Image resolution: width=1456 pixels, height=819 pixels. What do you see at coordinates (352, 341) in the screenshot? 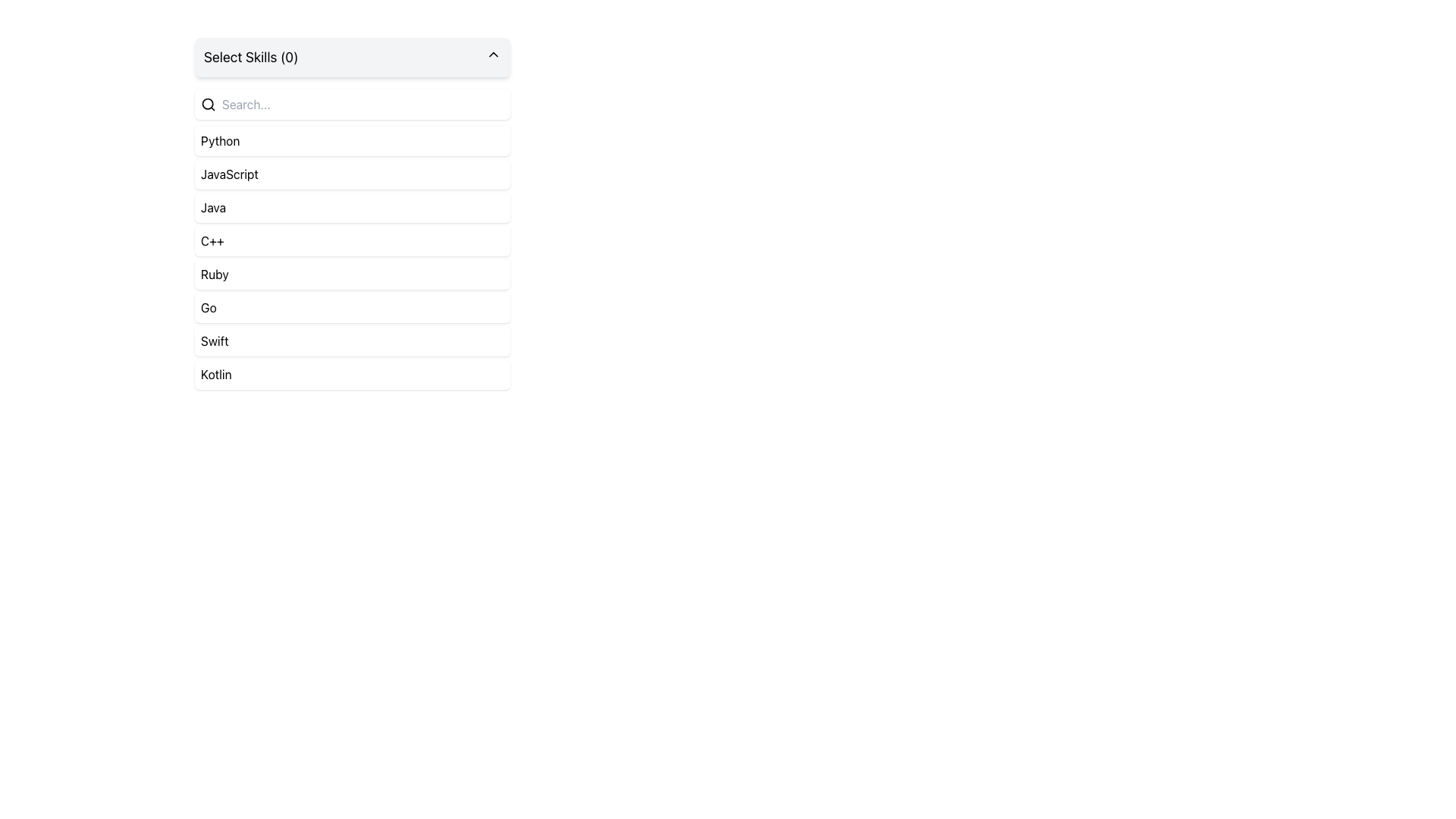
I see `the seventh item in the selectable list, which is located just above the 'Kotlin' entry` at bounding box center [352, 341].